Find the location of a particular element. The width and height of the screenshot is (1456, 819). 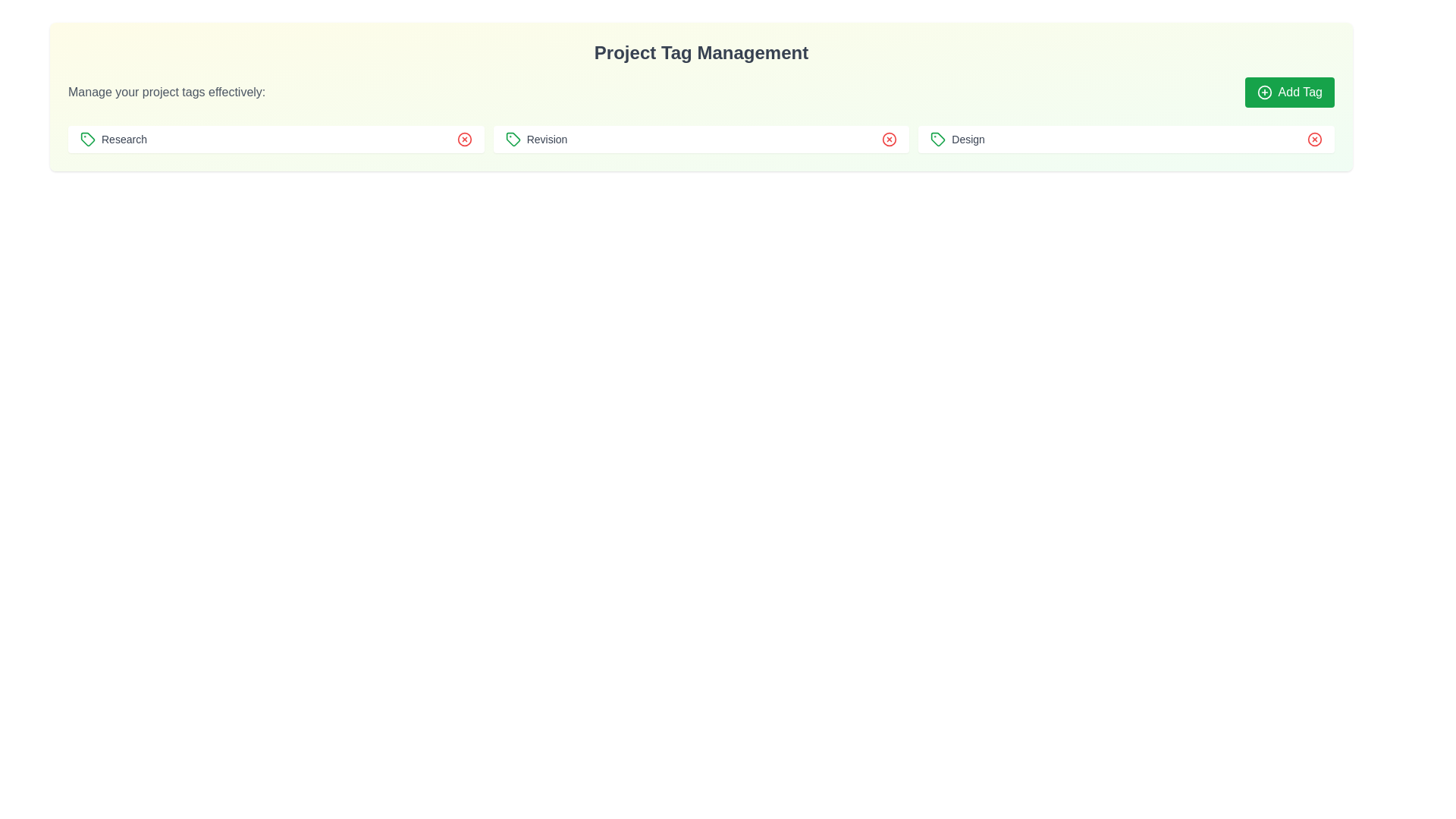

the decorative graphical icon of the 'Add Tag' button, which features a '+' sign within a circle, located at the top-right corner of the interface is located at coordinates (1264, 93).